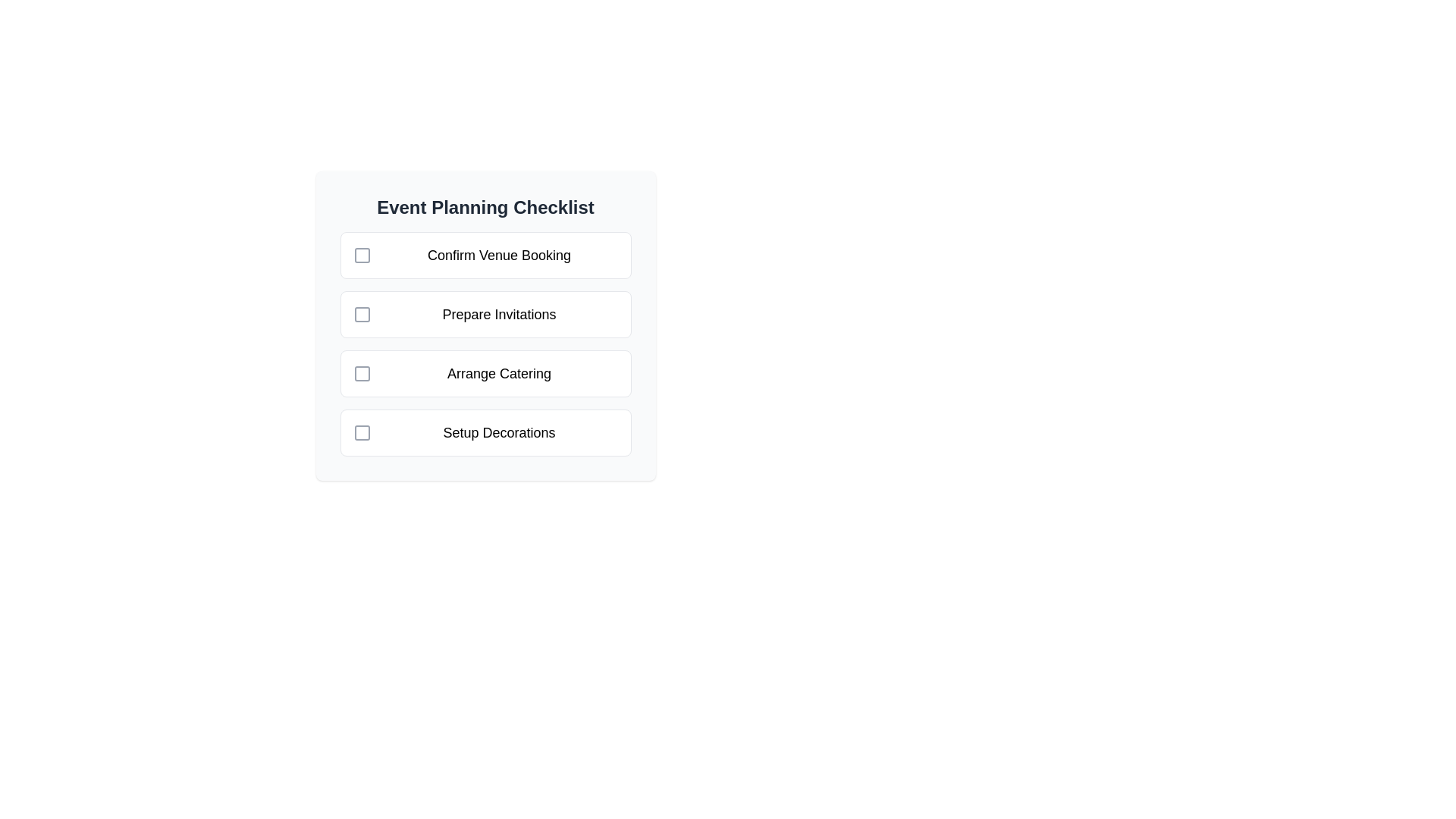 This screenshot has width=1456, height=819. What do you see at coordinates (361, 254) in the screenshot?
I see `the Checkbox indicator, which is a small, rounded gray square located within a larger square frame, positioned to the left of the 'Confirm Venue Booking' text in the checklist layout` at bounding box center [361, 254].